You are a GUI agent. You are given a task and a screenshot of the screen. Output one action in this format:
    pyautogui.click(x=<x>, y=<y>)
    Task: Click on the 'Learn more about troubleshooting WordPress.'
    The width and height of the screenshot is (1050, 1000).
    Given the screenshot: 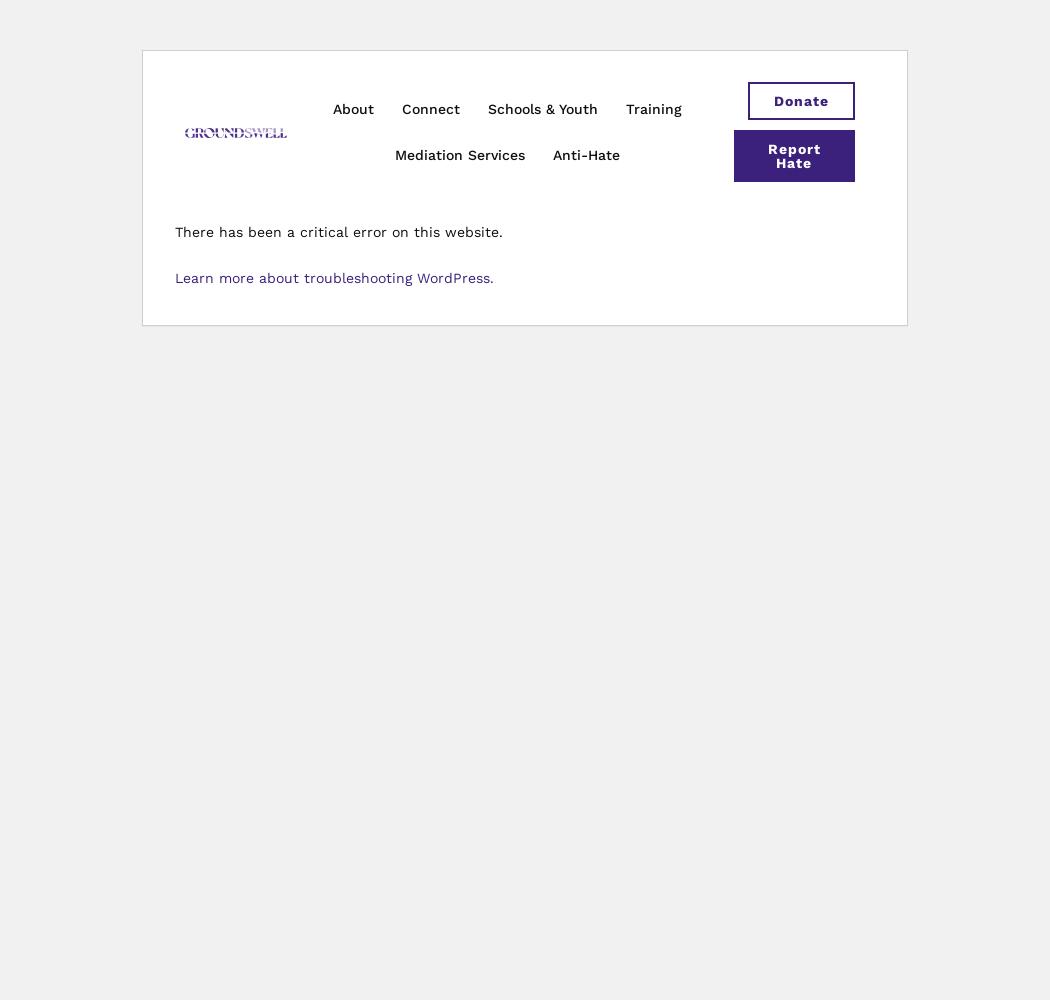 What is the action you would take?
    pyautogui.click(x=334, y=278)
    